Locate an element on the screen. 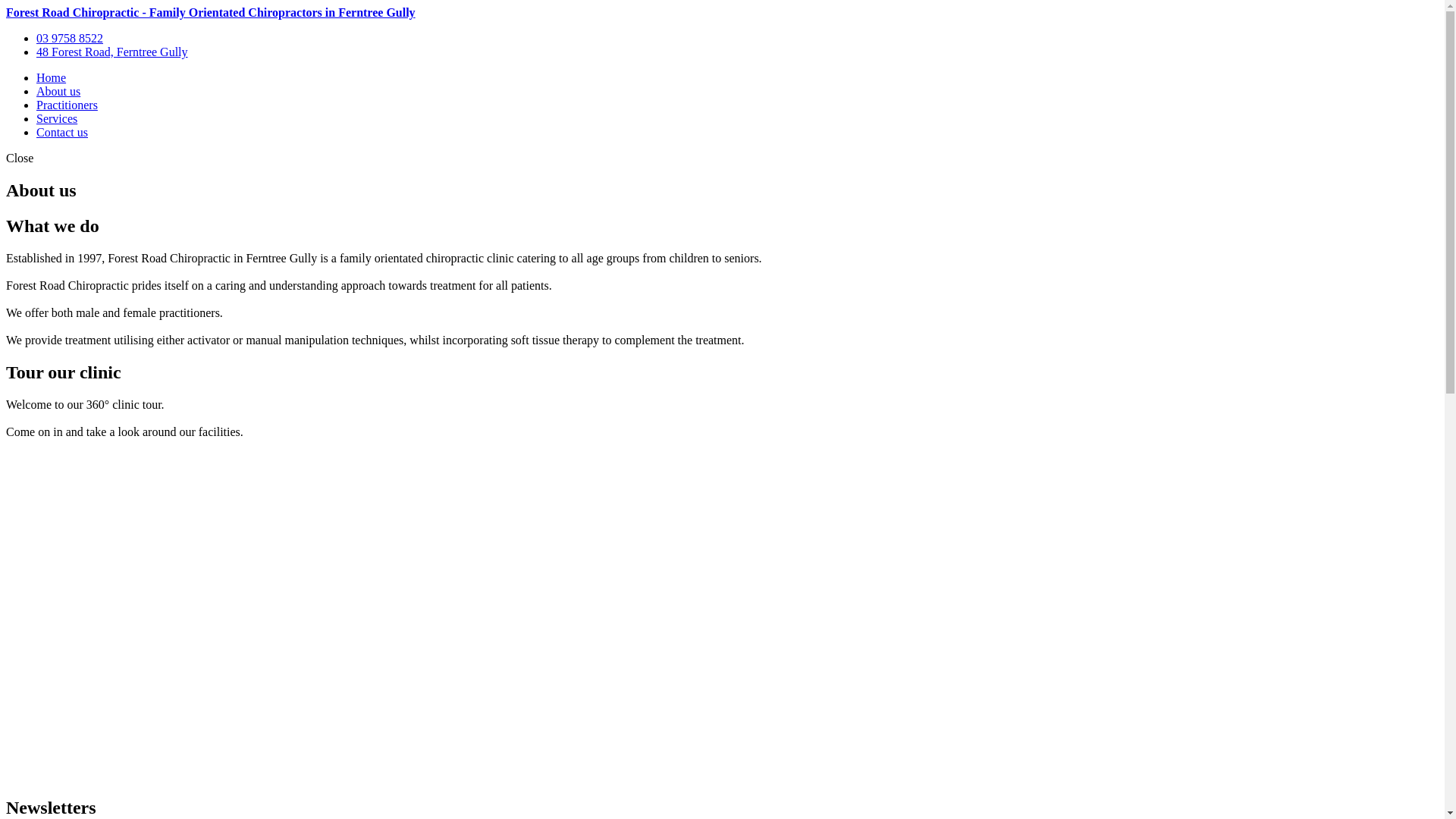  'Practitioners' is located at coordinates (66, 104).